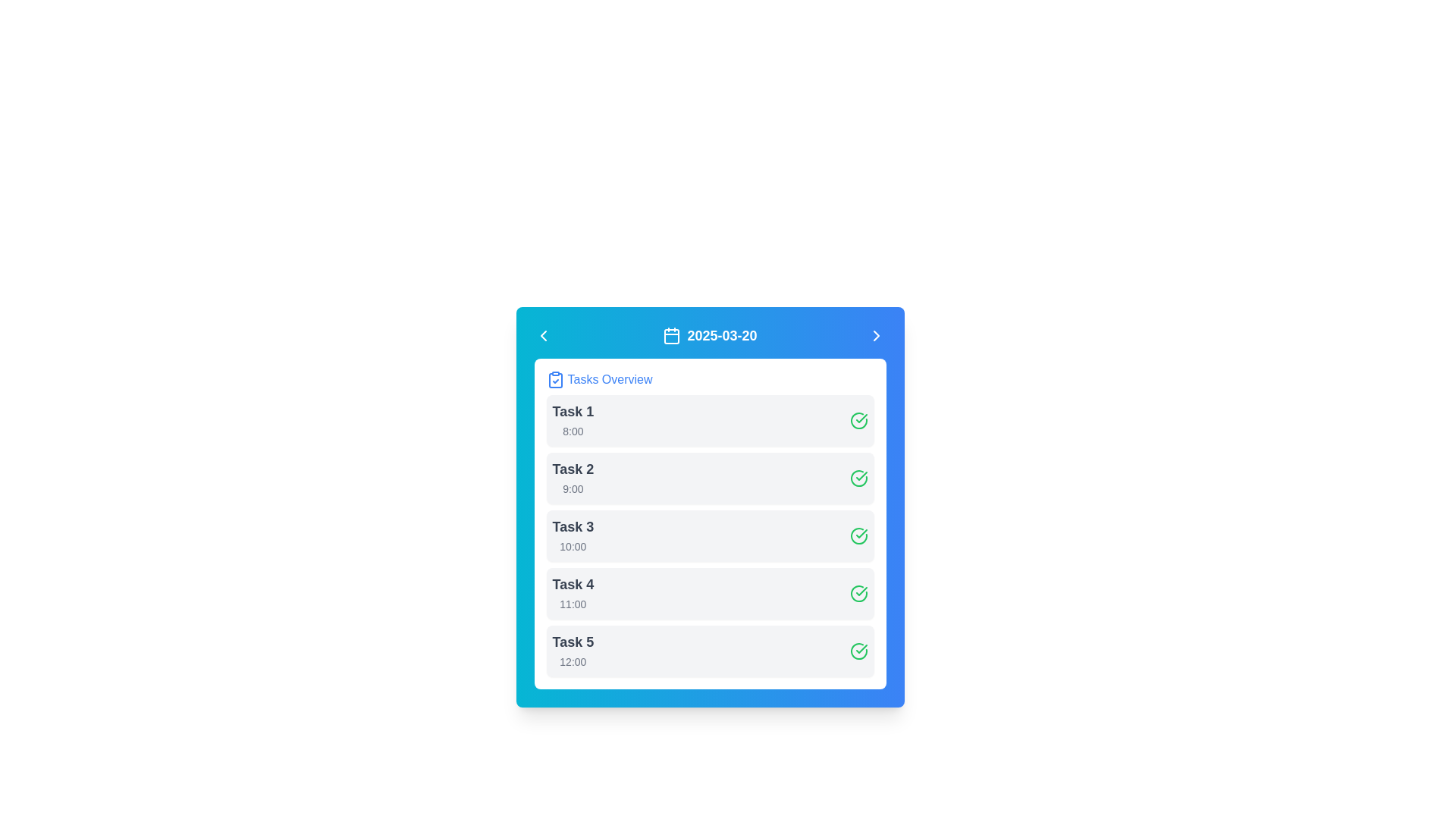  What do you see at coordinates (861, 418) in the screenshot?
I see `the checkmark icon representing the completed task status for the second task's row in the list` at bounding box center [861, 418].